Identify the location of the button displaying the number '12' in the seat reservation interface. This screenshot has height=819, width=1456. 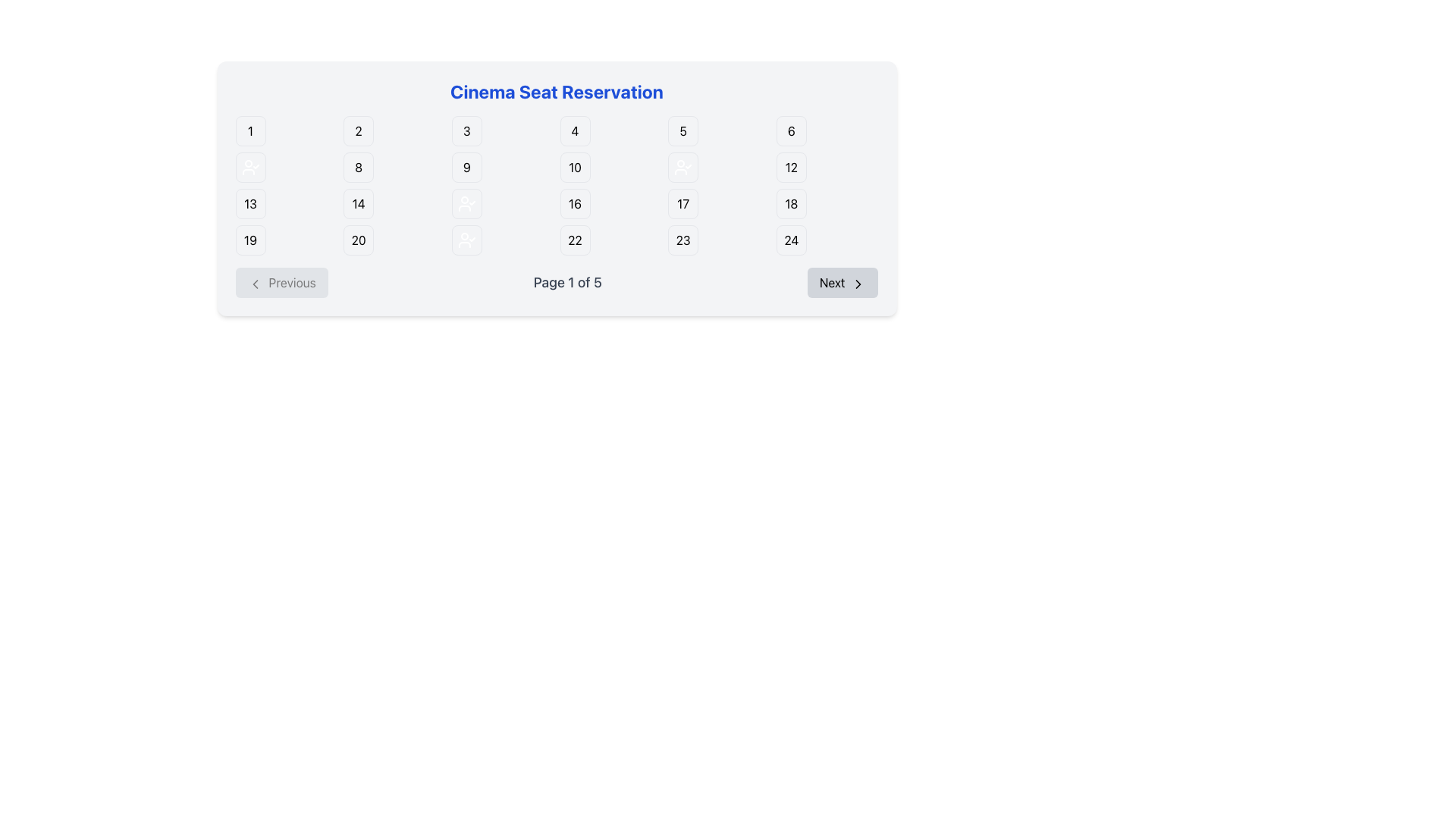
(790, 167).